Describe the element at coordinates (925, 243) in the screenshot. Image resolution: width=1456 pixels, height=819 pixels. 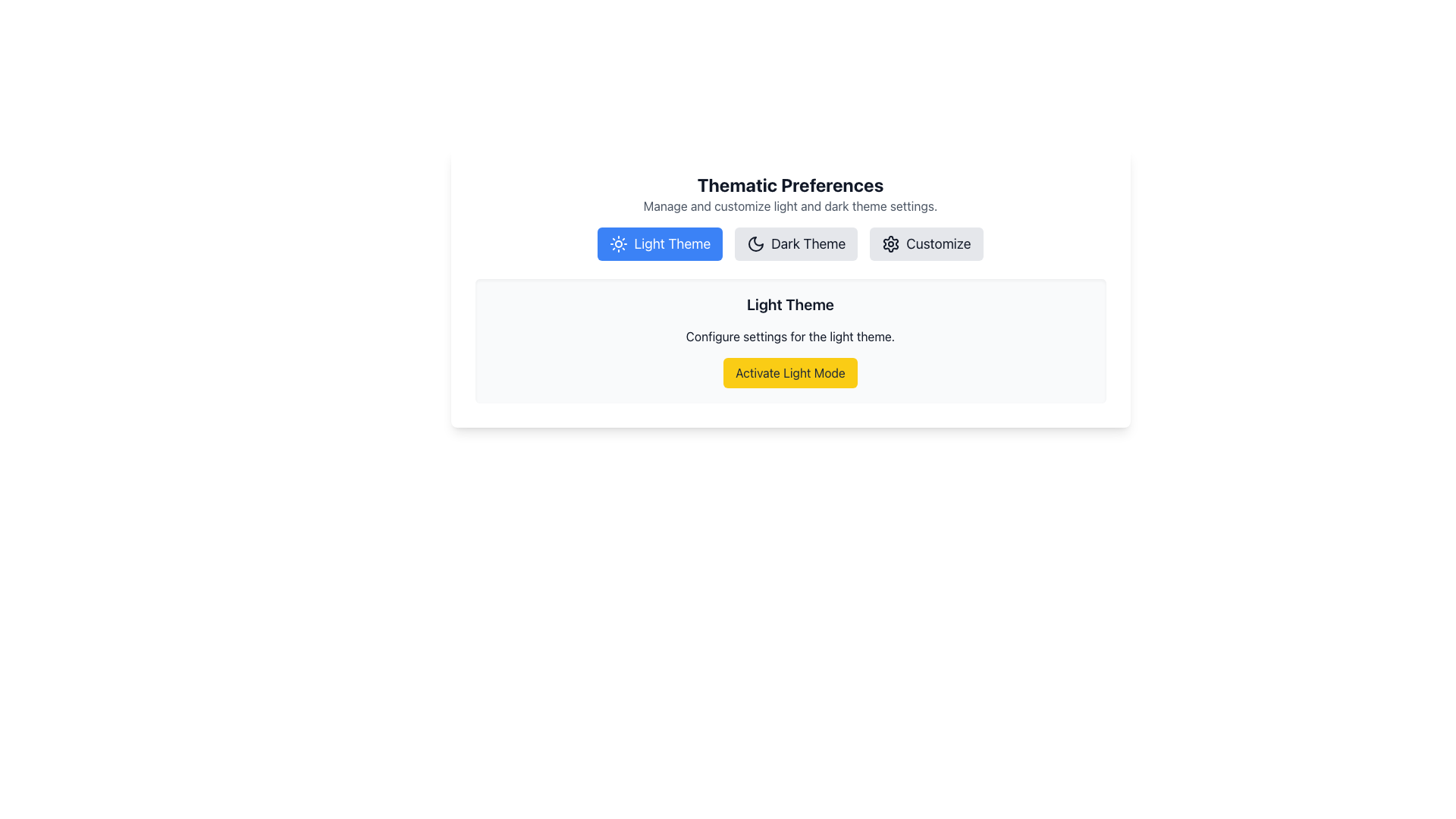
I see `the settings customization button located in the top-center portion of the interface, to the right of the 'Dark Theme' button, which is the third and last button from the left` at that location.